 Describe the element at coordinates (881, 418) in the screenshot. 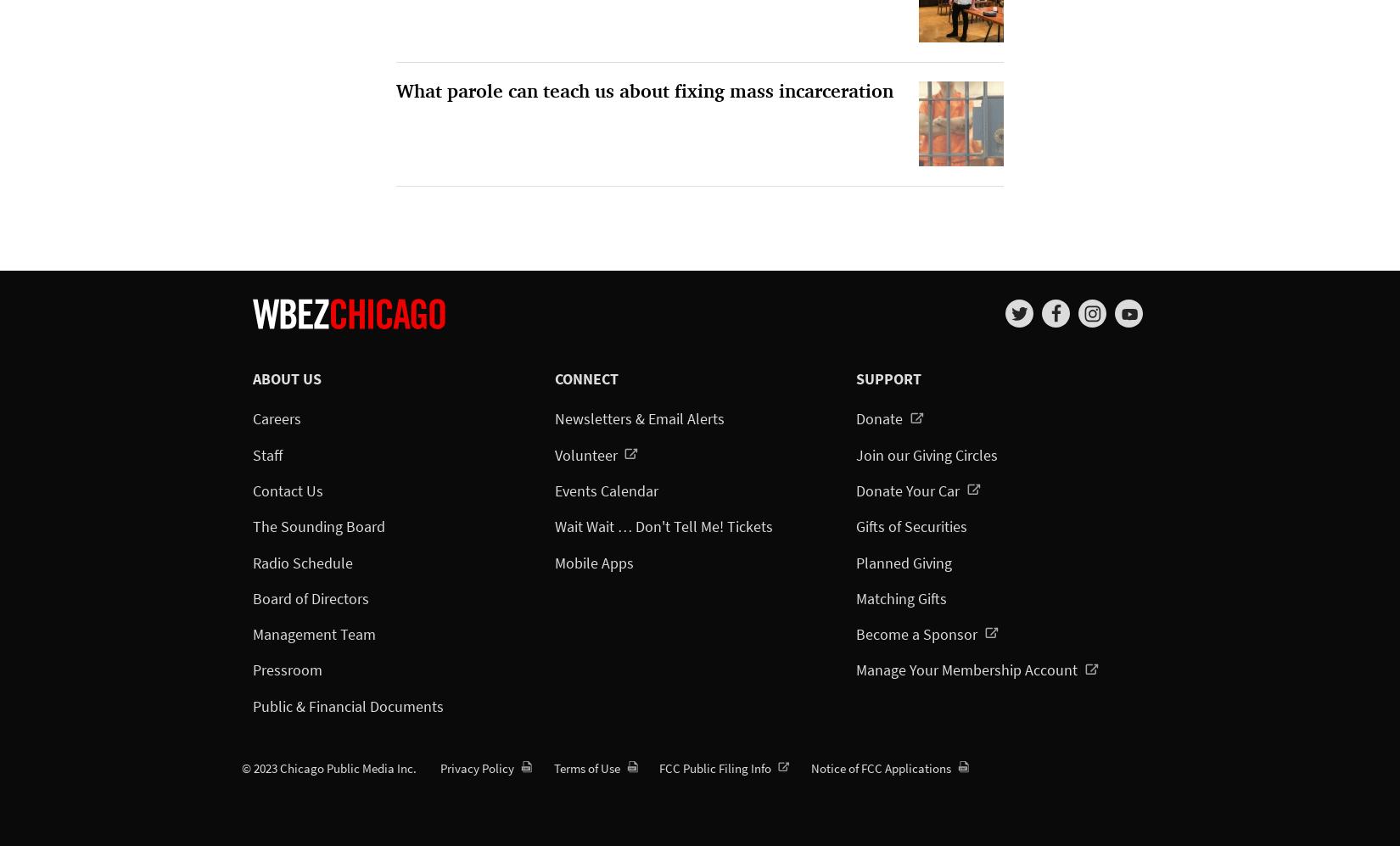

I see `'Donate'` at that location.